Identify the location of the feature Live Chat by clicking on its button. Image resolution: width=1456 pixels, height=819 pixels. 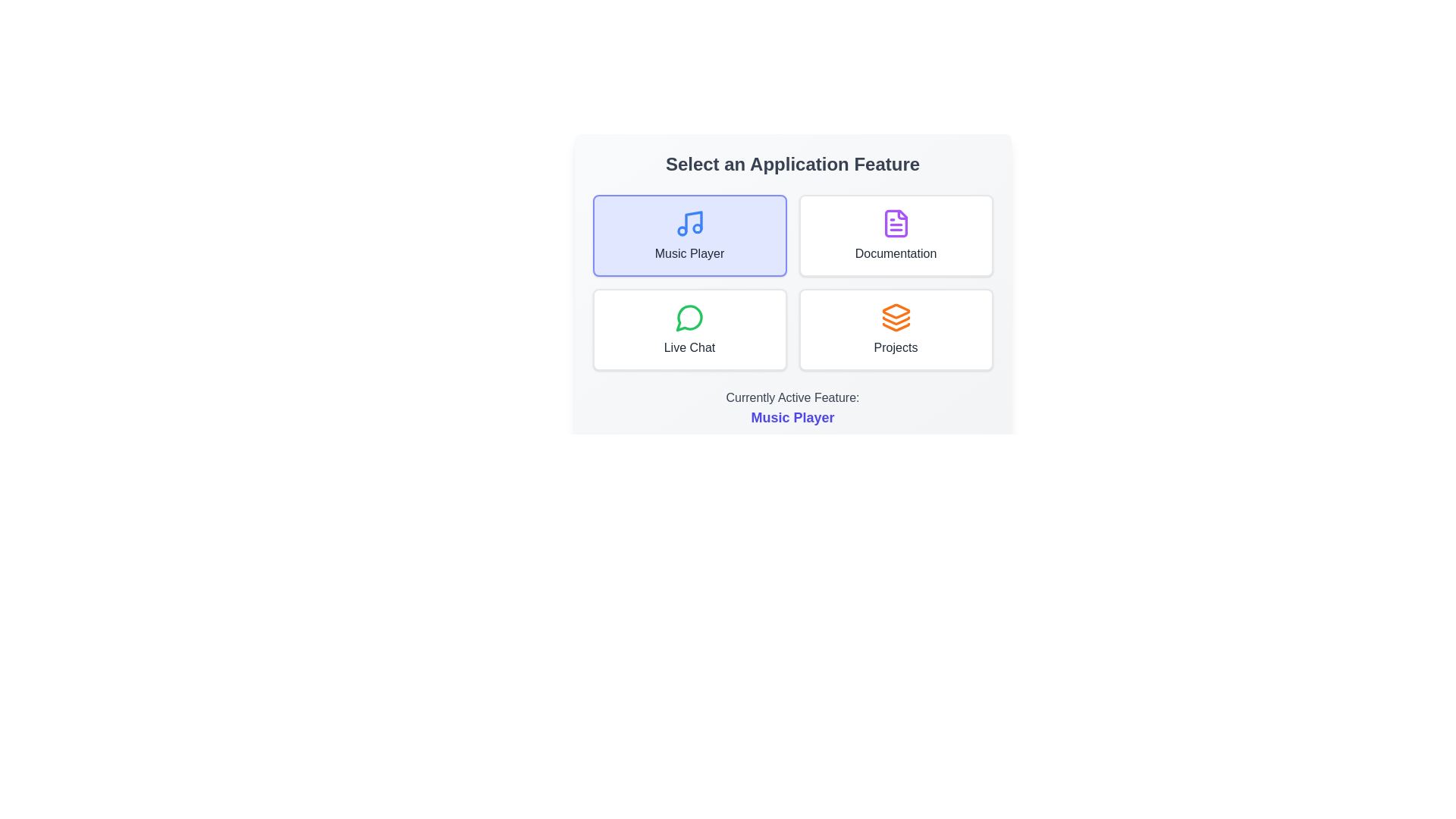
(689, 329).